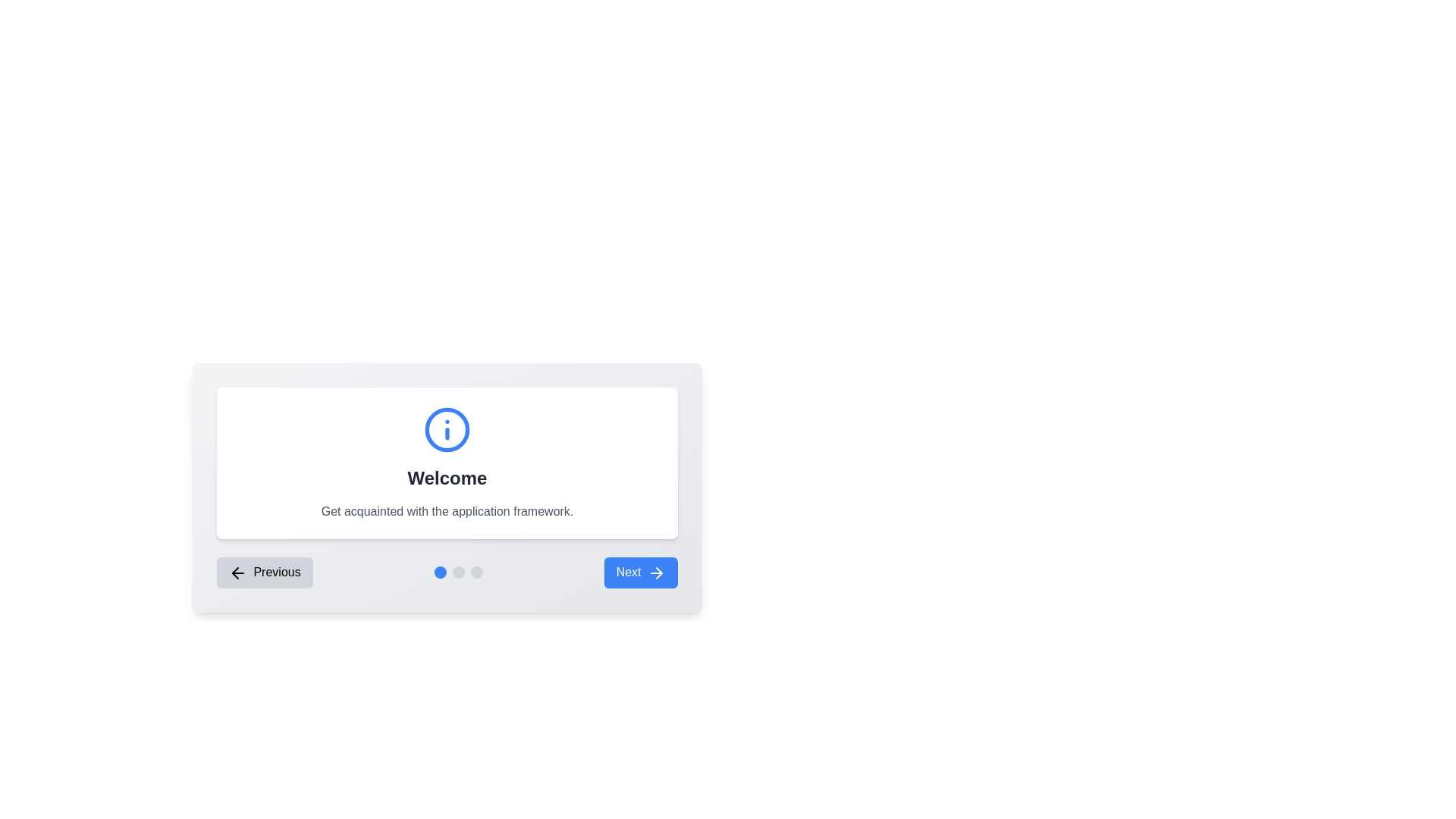 The height and width of the screenshot is (819, 1456). What do you see at coordinates (656, 573) in the screenshot?
I see `the rightward-pointing arrow icon located within the 'Next' button at the lower-right corner of the user interface` at bounding box center [656, 573].